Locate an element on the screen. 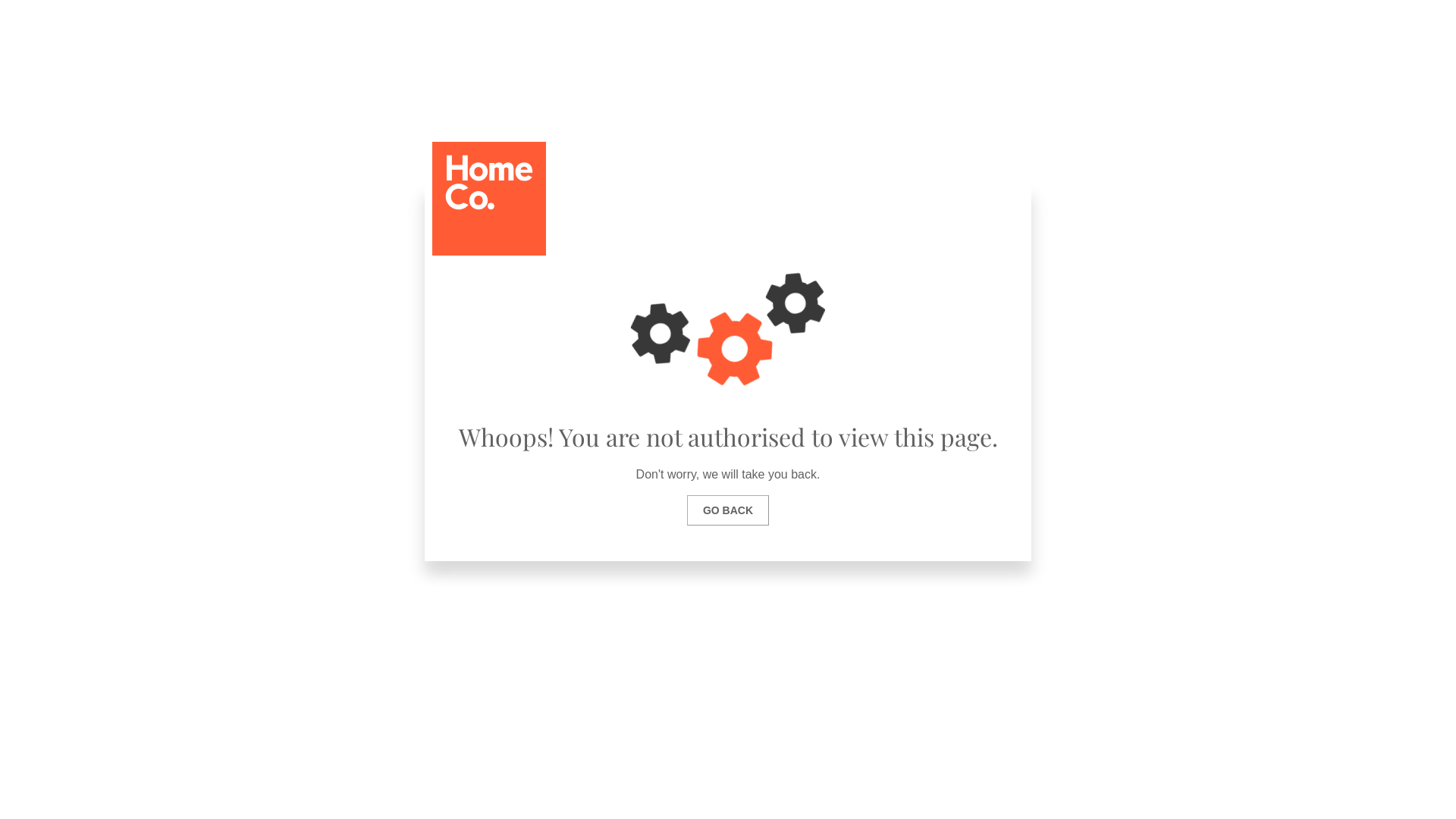 This screenshot has width=1456, height=819. 'GO BACK' is located at coordinates (728, 510).